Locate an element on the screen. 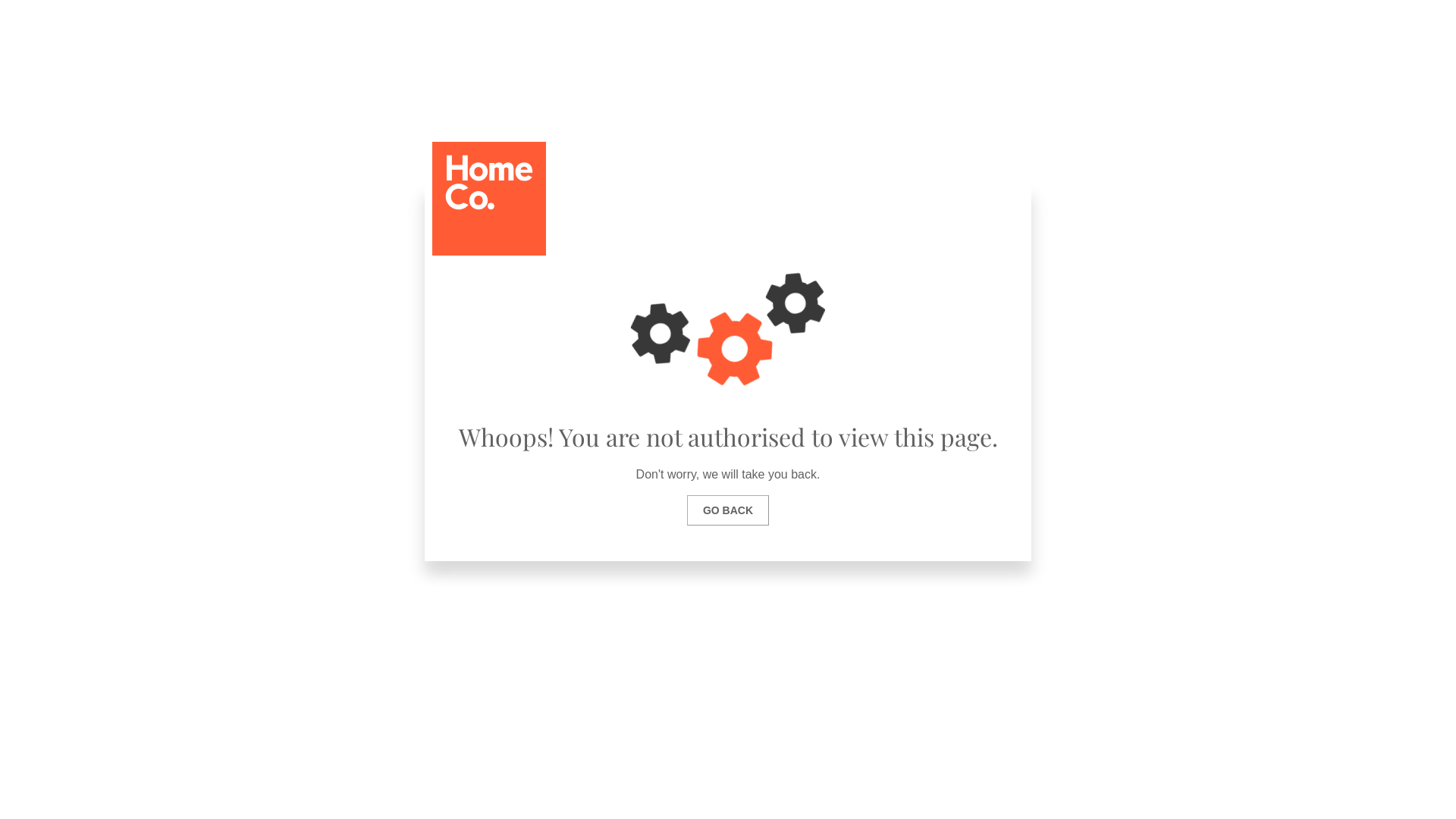 This screenshot has width=1456, height=819. 'GO BACK' is located at coordinates (728, 510).